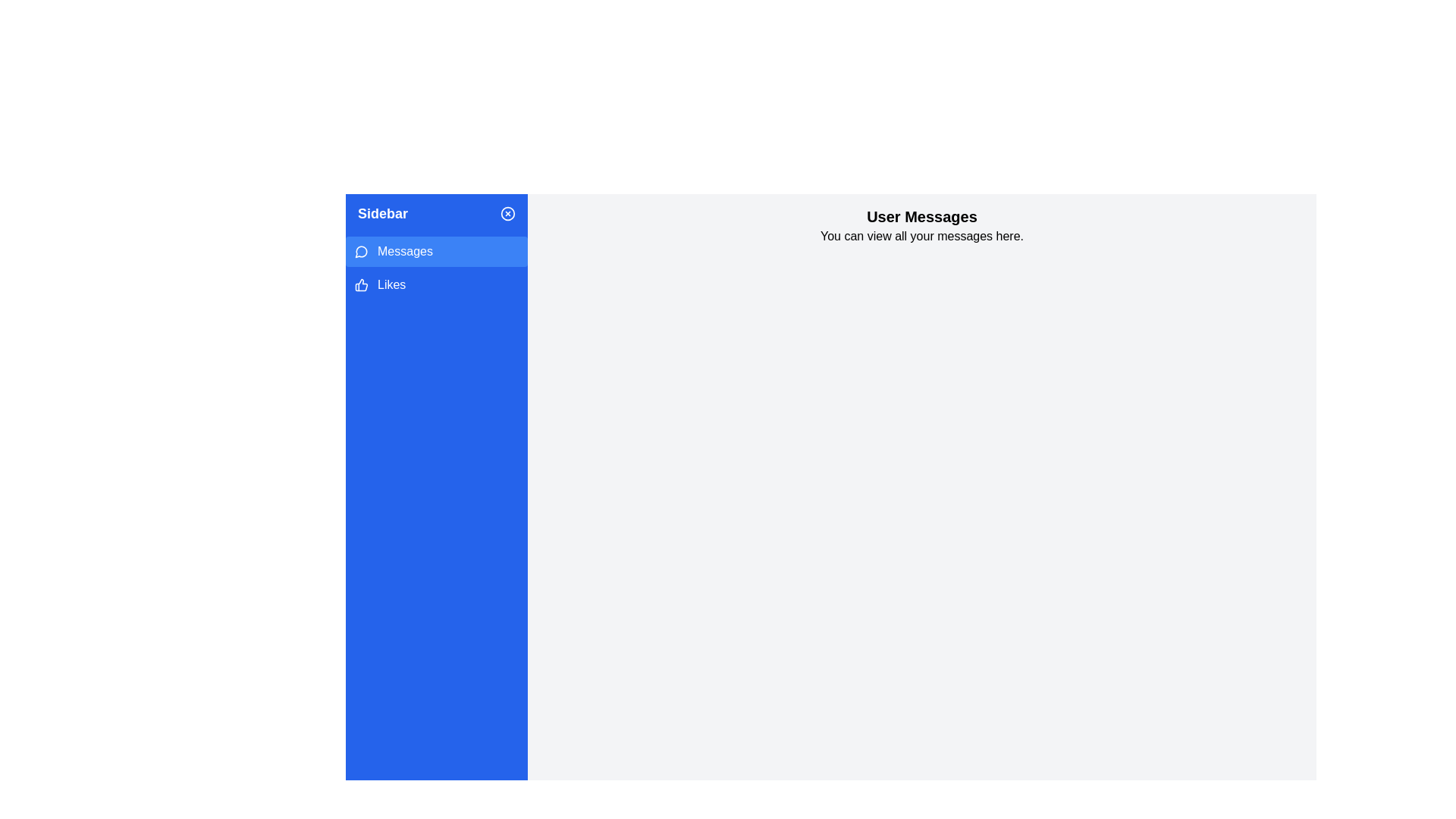 This screenshot has height=819, width=1456. Describe the element at coordinates (405, 250) in the screenshot. I see `the 'Messages' text label within the interactive sidebar menu` at that location.